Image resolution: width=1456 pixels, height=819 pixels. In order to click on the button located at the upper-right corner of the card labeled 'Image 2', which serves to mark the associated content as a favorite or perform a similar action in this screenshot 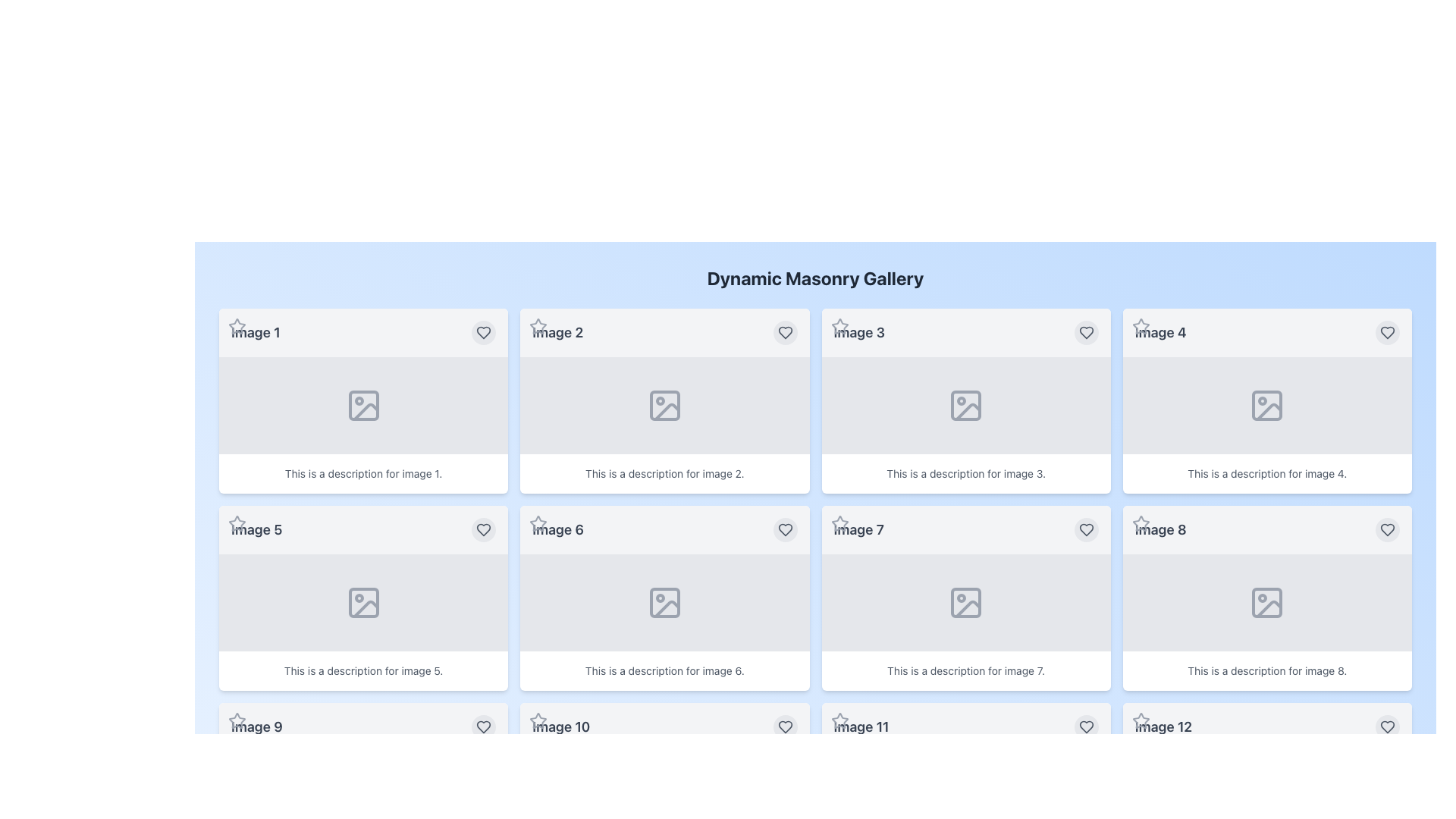, I will do `click(785, 332)`.